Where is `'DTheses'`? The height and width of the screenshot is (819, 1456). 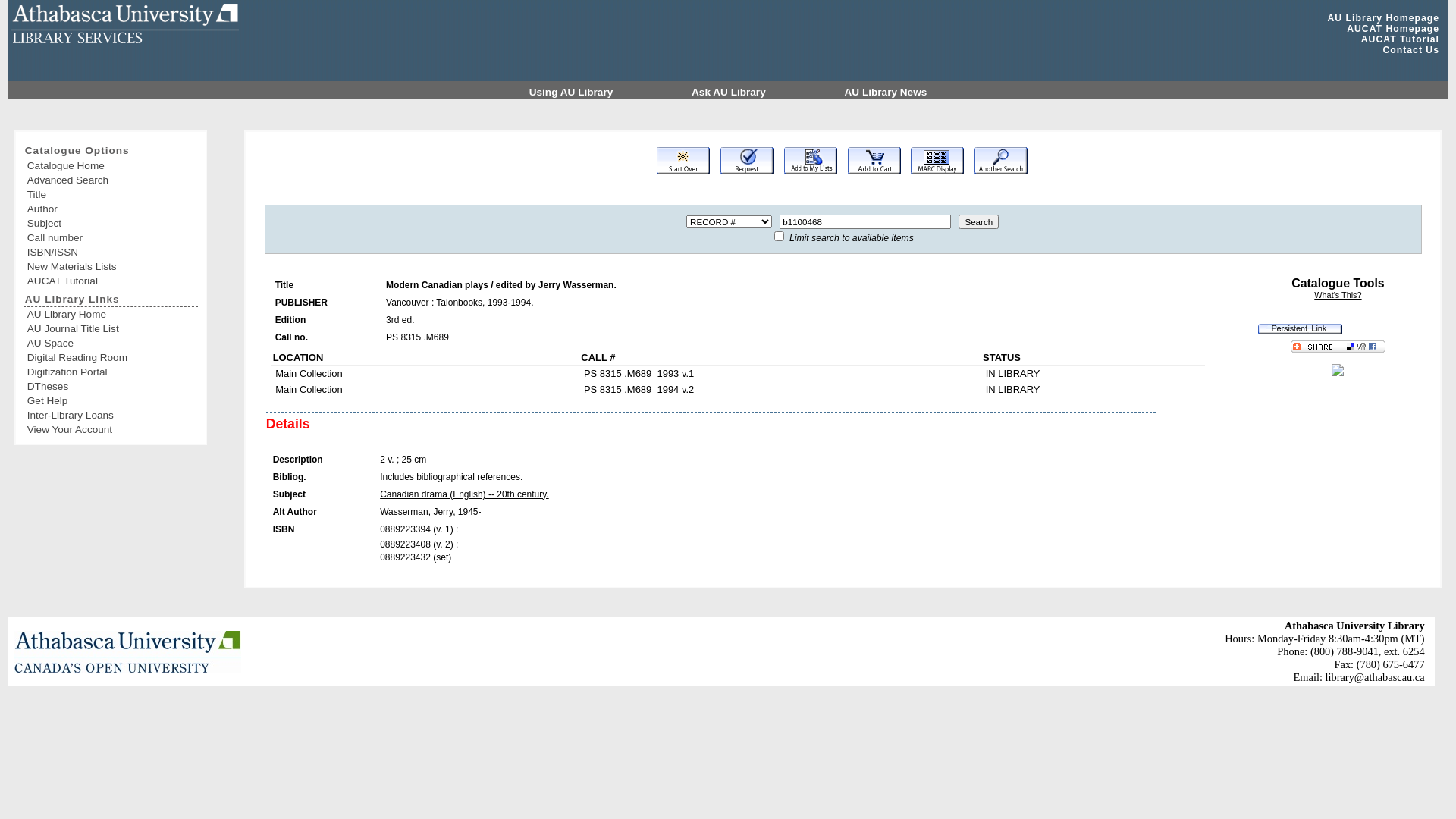
'DTheses' is located at coordinates (111, 385).